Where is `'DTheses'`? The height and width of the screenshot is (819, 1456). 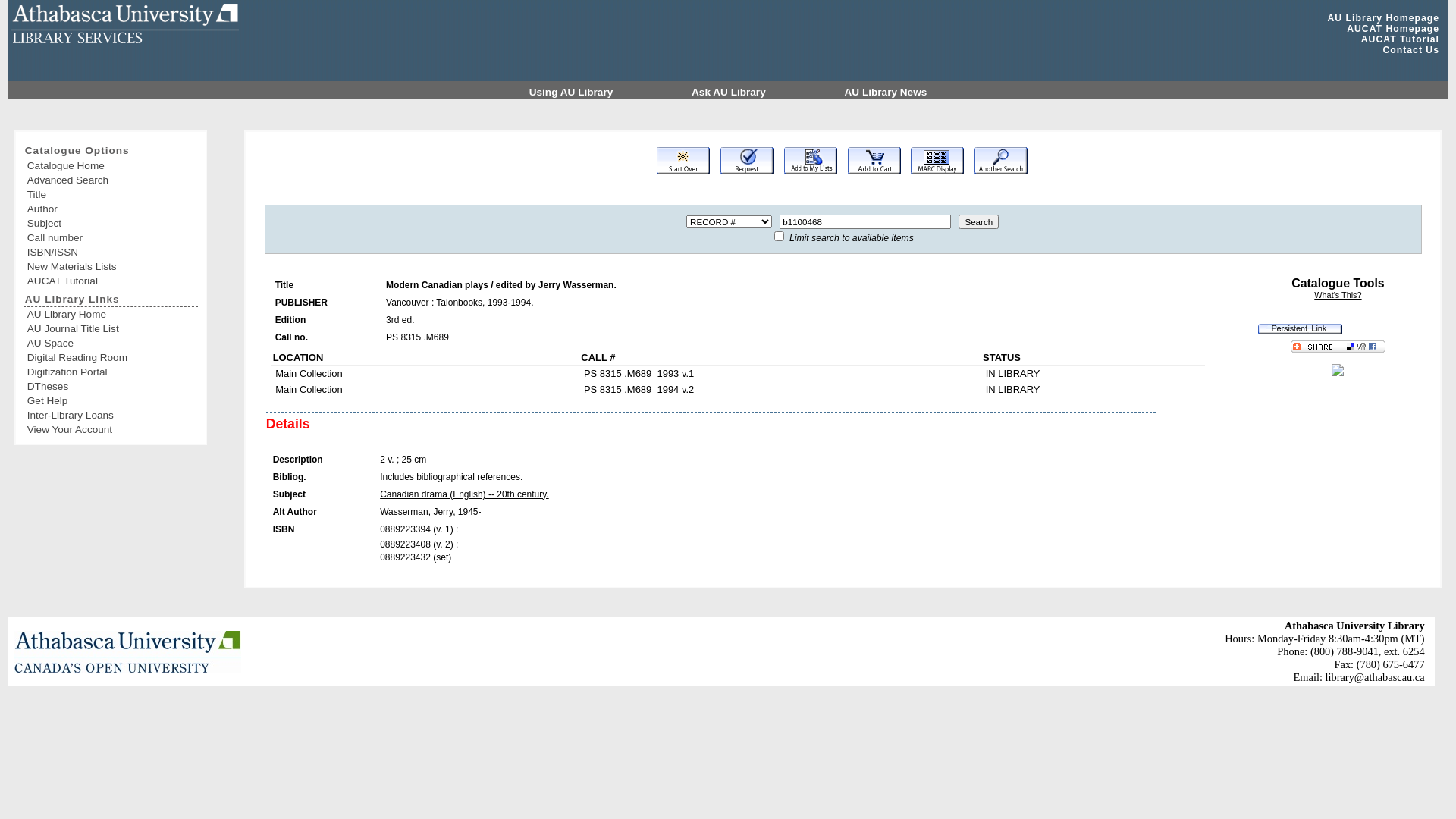
'DTheses' is located at coordinates (111, 385).